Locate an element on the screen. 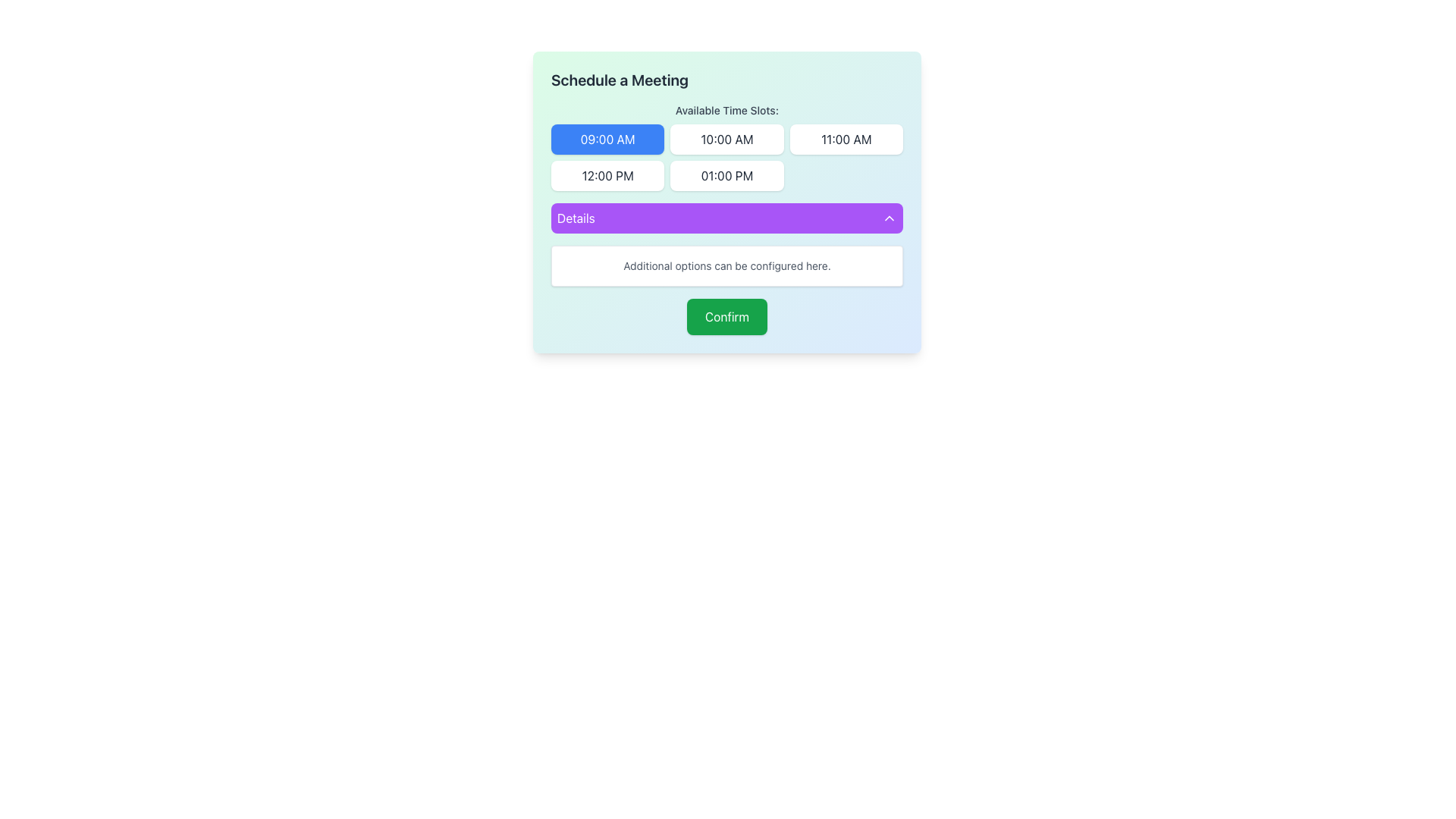 This screenshot has width=1456, height=819. the purple 'Details' button with rounded edges is located at coordinates (726, 218).